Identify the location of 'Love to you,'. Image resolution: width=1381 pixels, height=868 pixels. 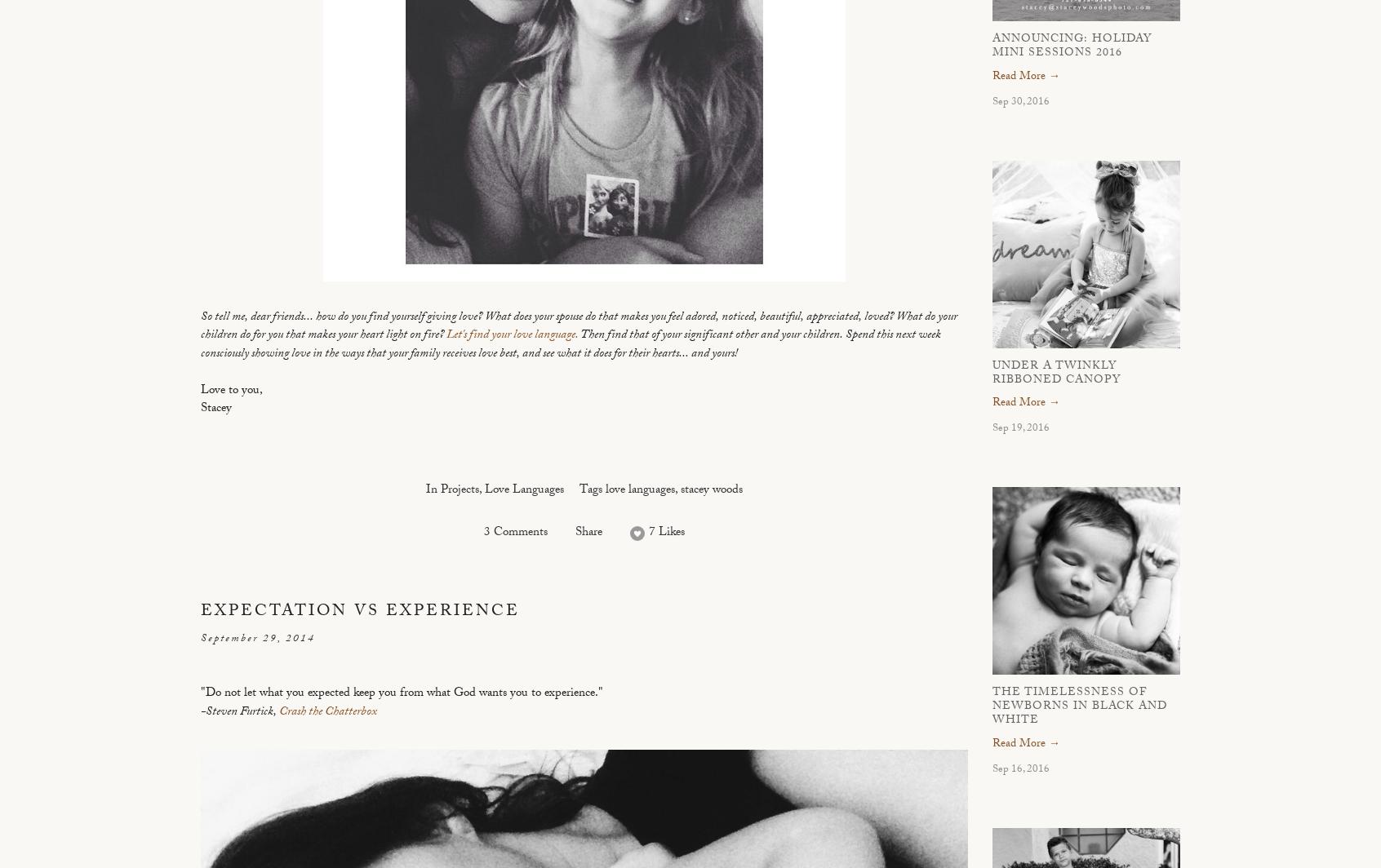
(230, 391).